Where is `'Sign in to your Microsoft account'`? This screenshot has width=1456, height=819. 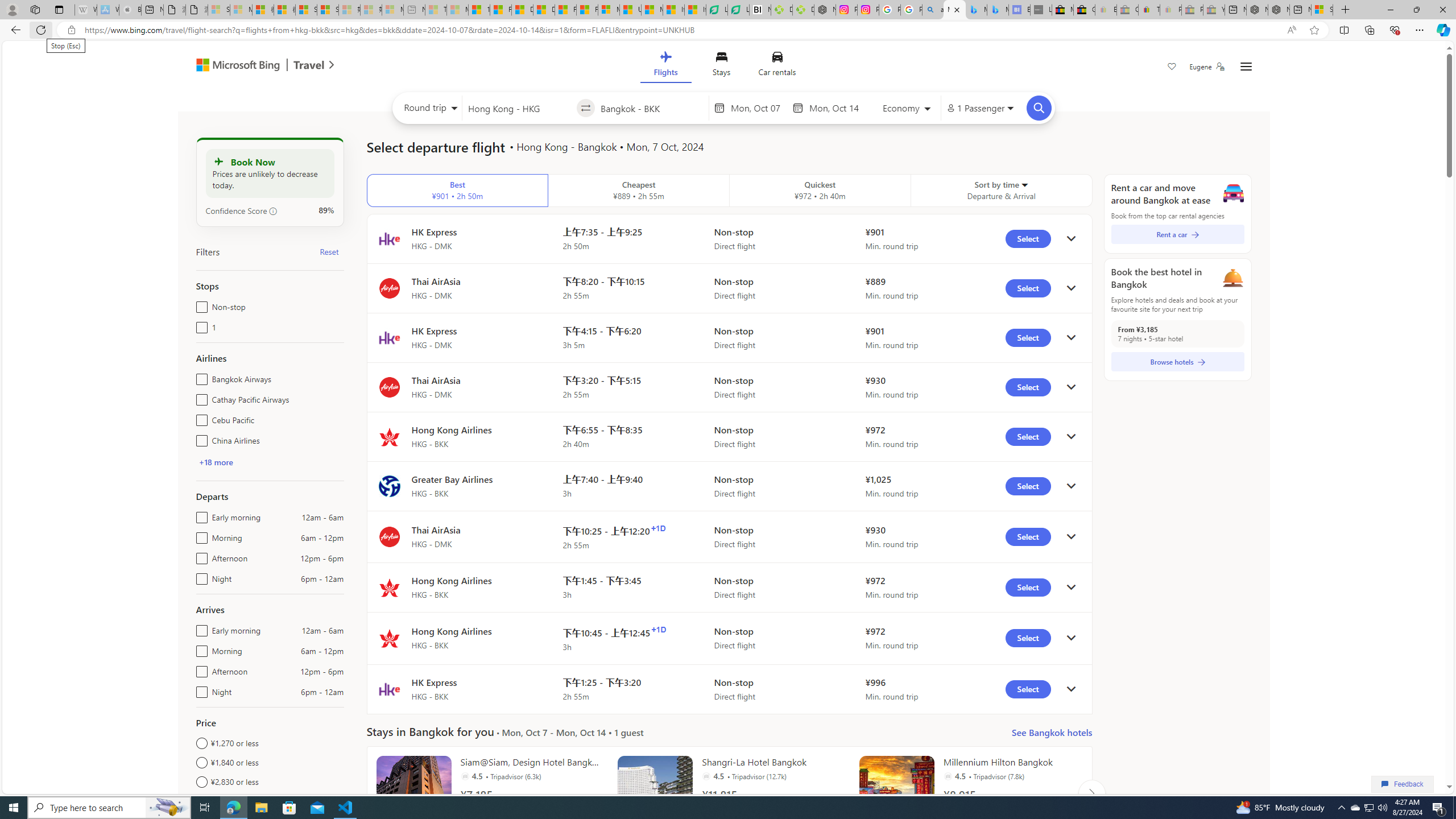 'Sign in to your Microsoft account' is located at coordinates (1321, 9).